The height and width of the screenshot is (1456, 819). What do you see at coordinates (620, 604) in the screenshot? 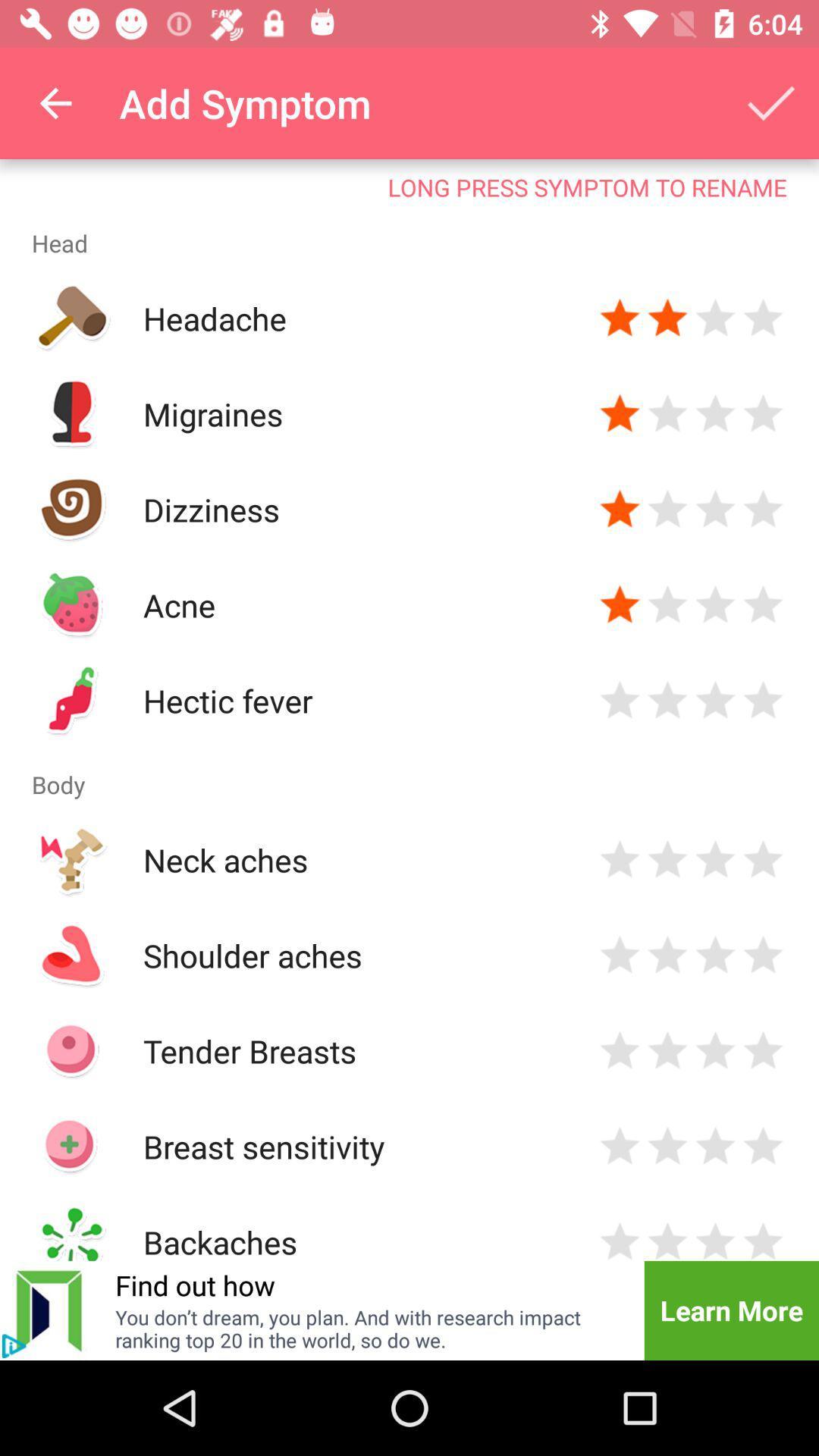
I see `star for star feedback of acne` at bounding box center [620, 604].